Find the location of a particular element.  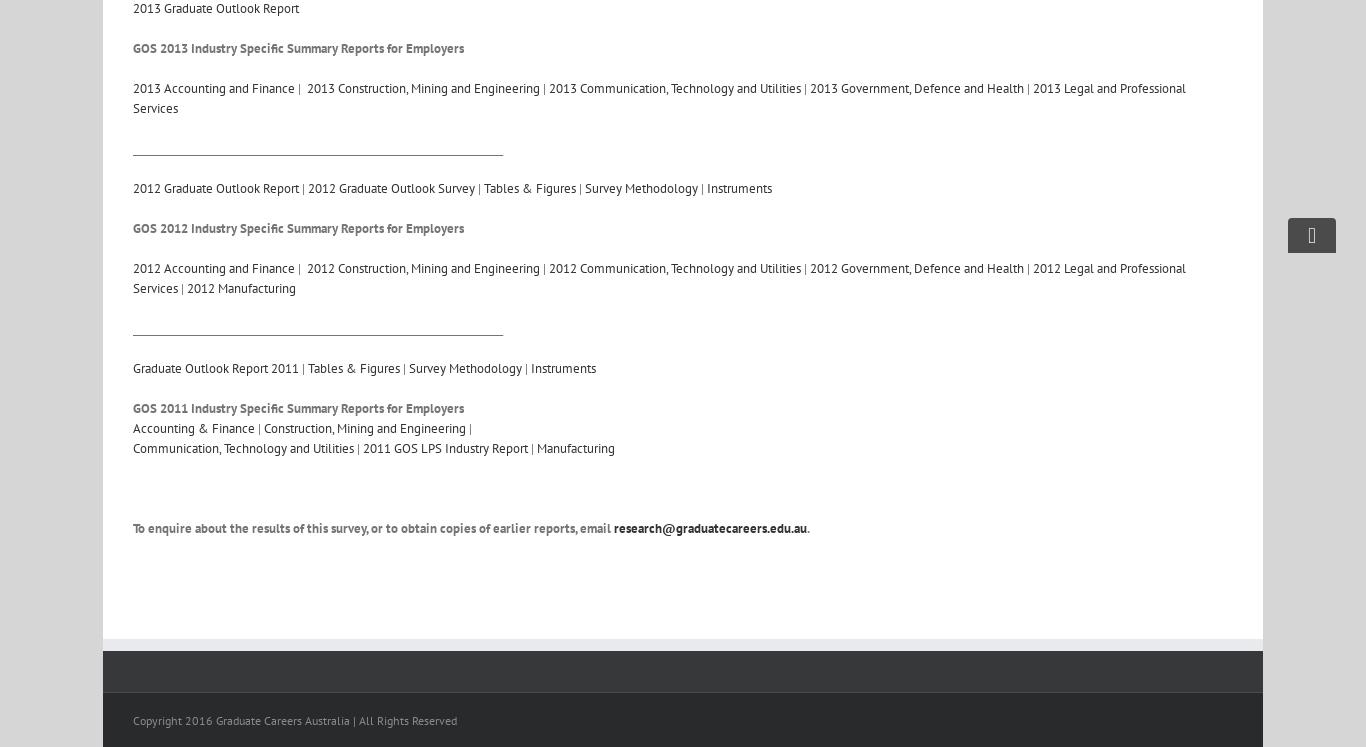

'2012 Graduate Outlook Survey' is located at coordinates (390, 188).